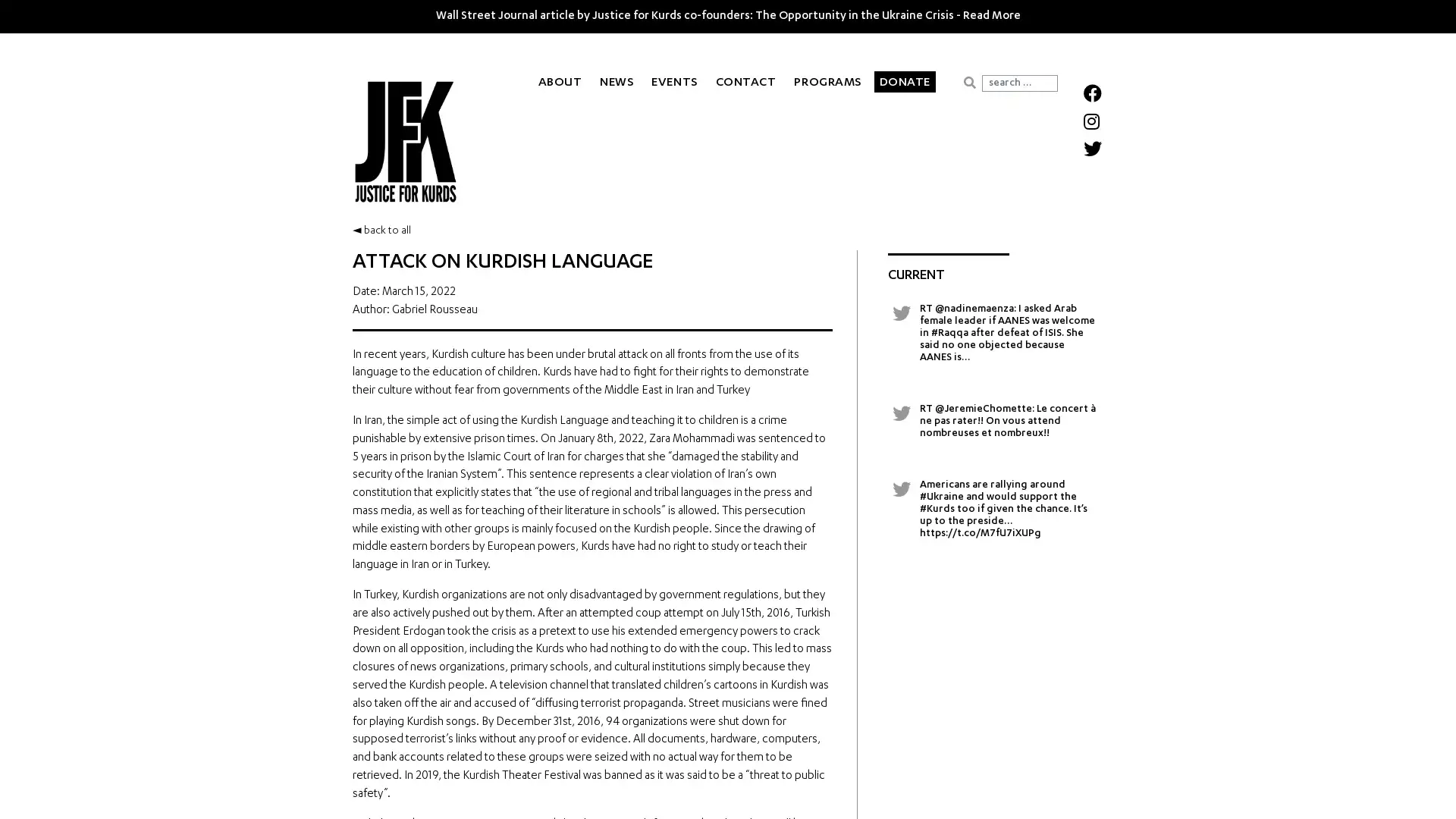 This screenshot has width=1456, height=819. What do you see at coordinates (968, 82) in the screenshot?
I see `Search` at bounding box center [968, 82].